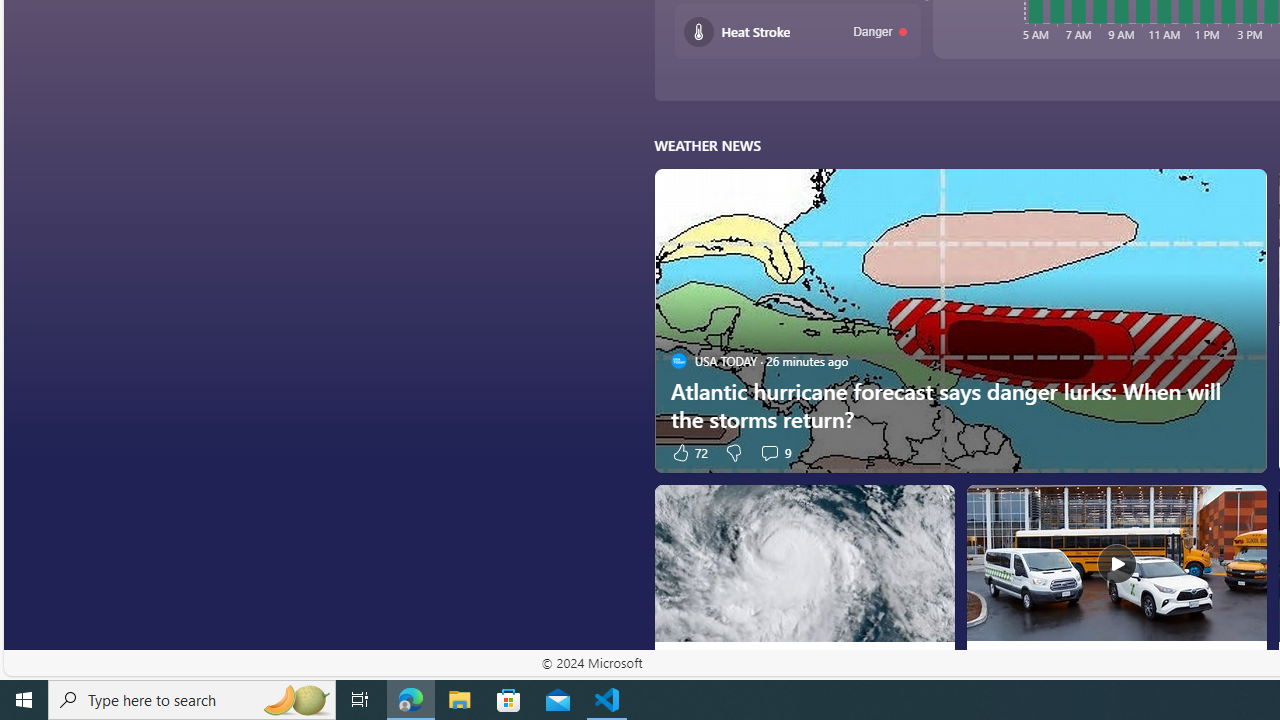  Describe the element at coordinates (797, 31) in the screenshot. I see `'Heat stroke Danger'` at that location.